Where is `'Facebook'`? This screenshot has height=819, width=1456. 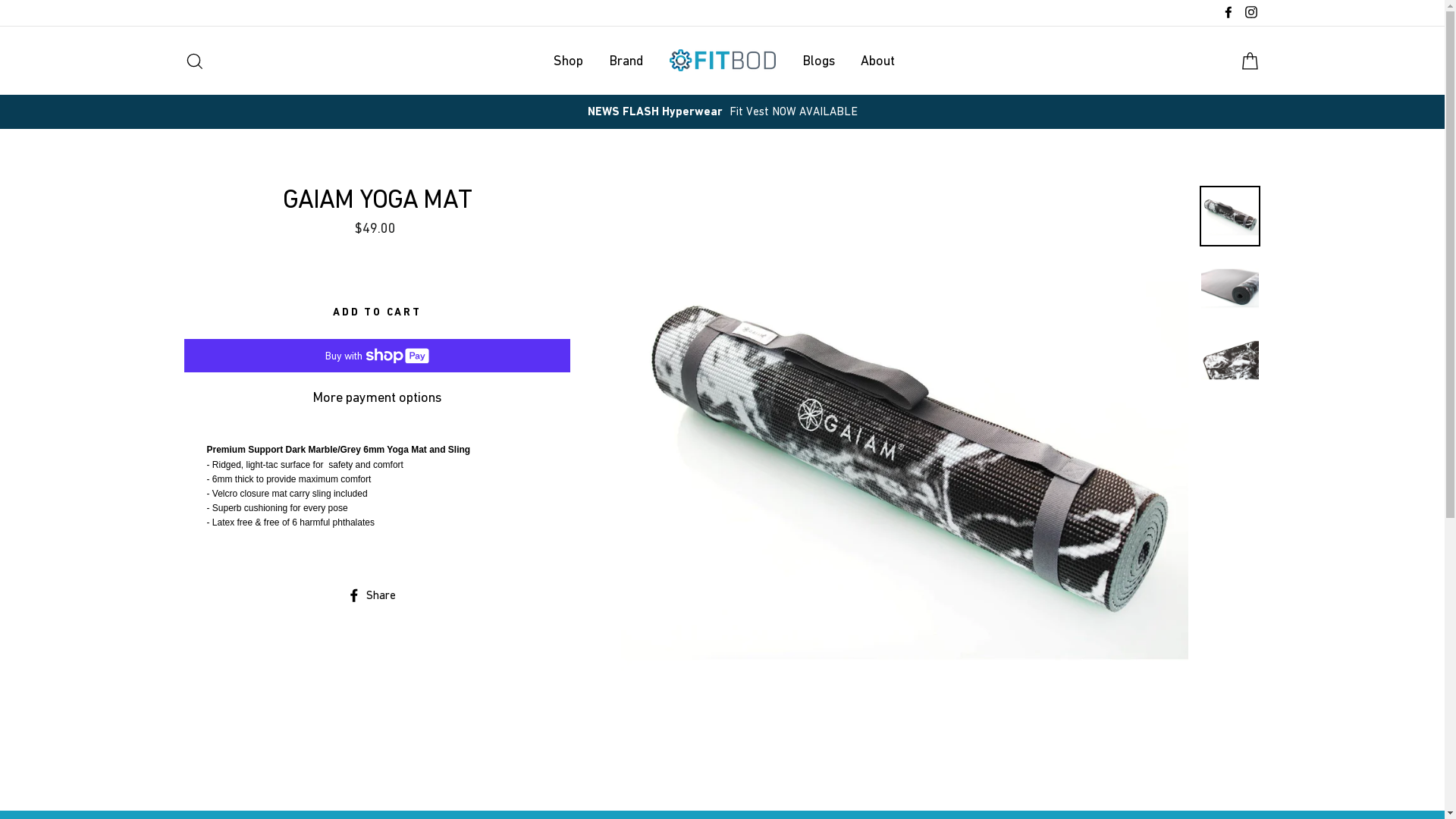 'Facebook' is located at coordinates (1218, 12).